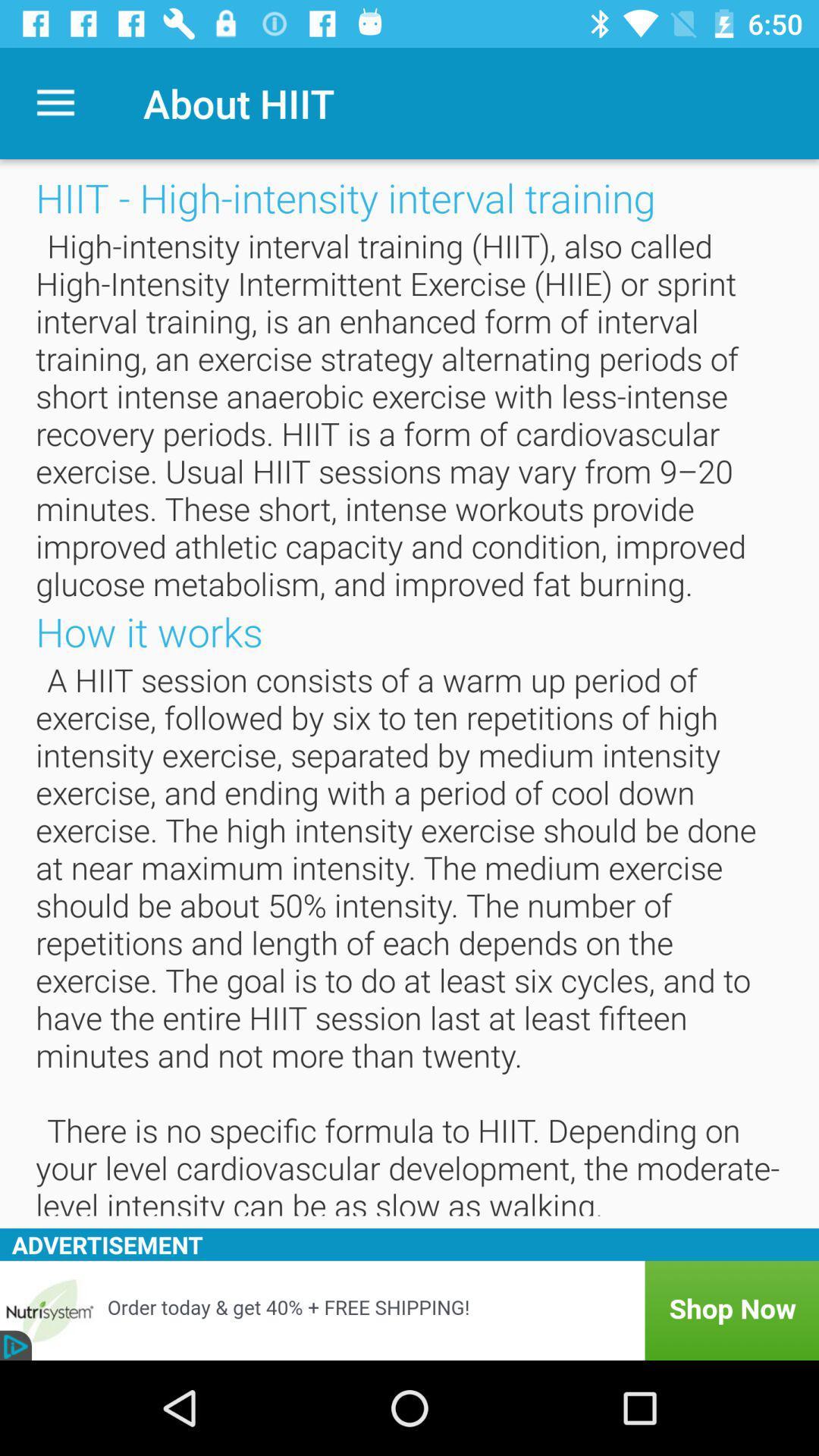  I want to click on advertisement, so click(409, 1310).